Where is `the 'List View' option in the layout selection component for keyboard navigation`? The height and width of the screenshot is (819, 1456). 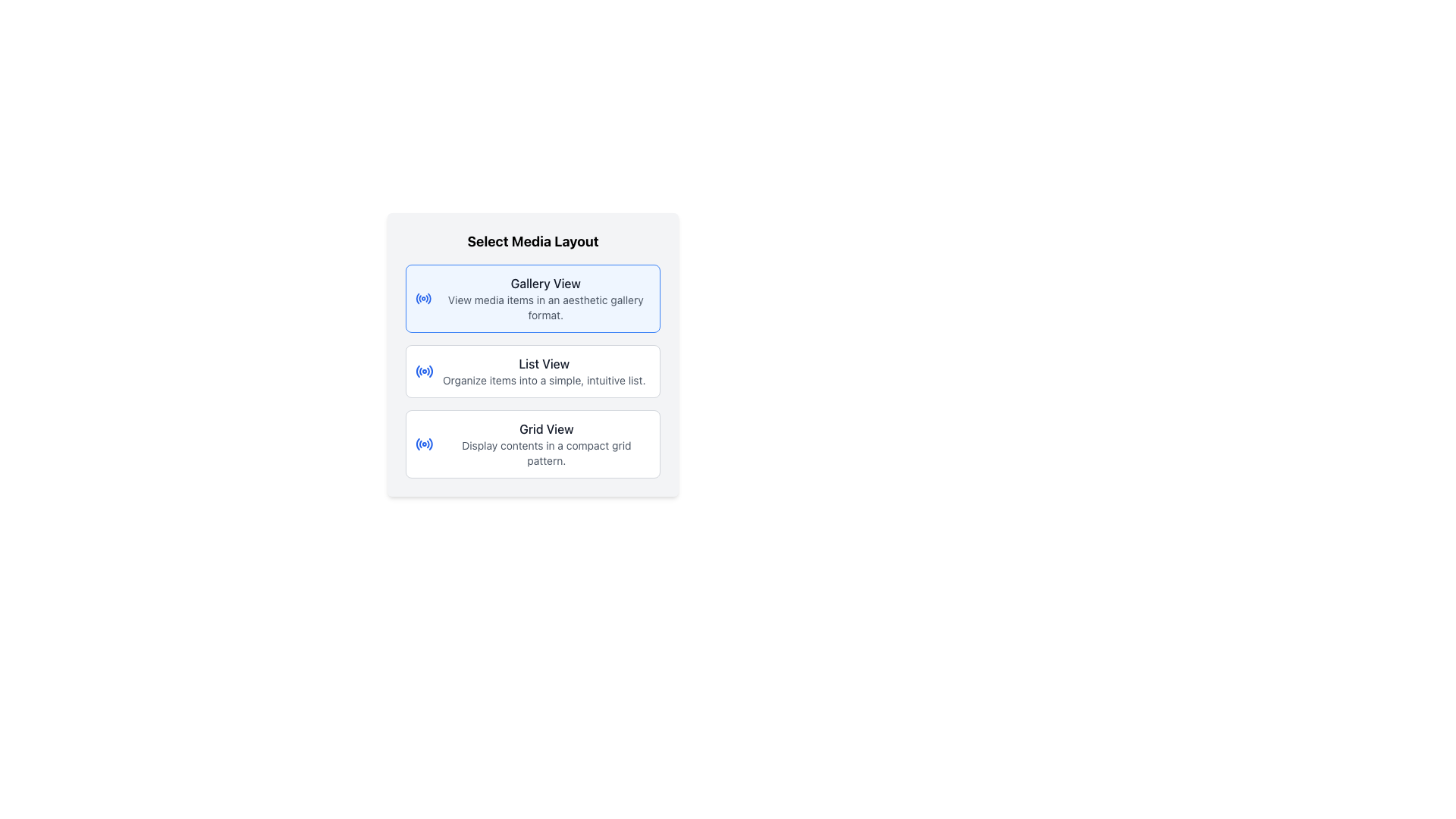
the 'List View' option in the layout selection component for keyboard navigation is located at coordinates (532, 354).